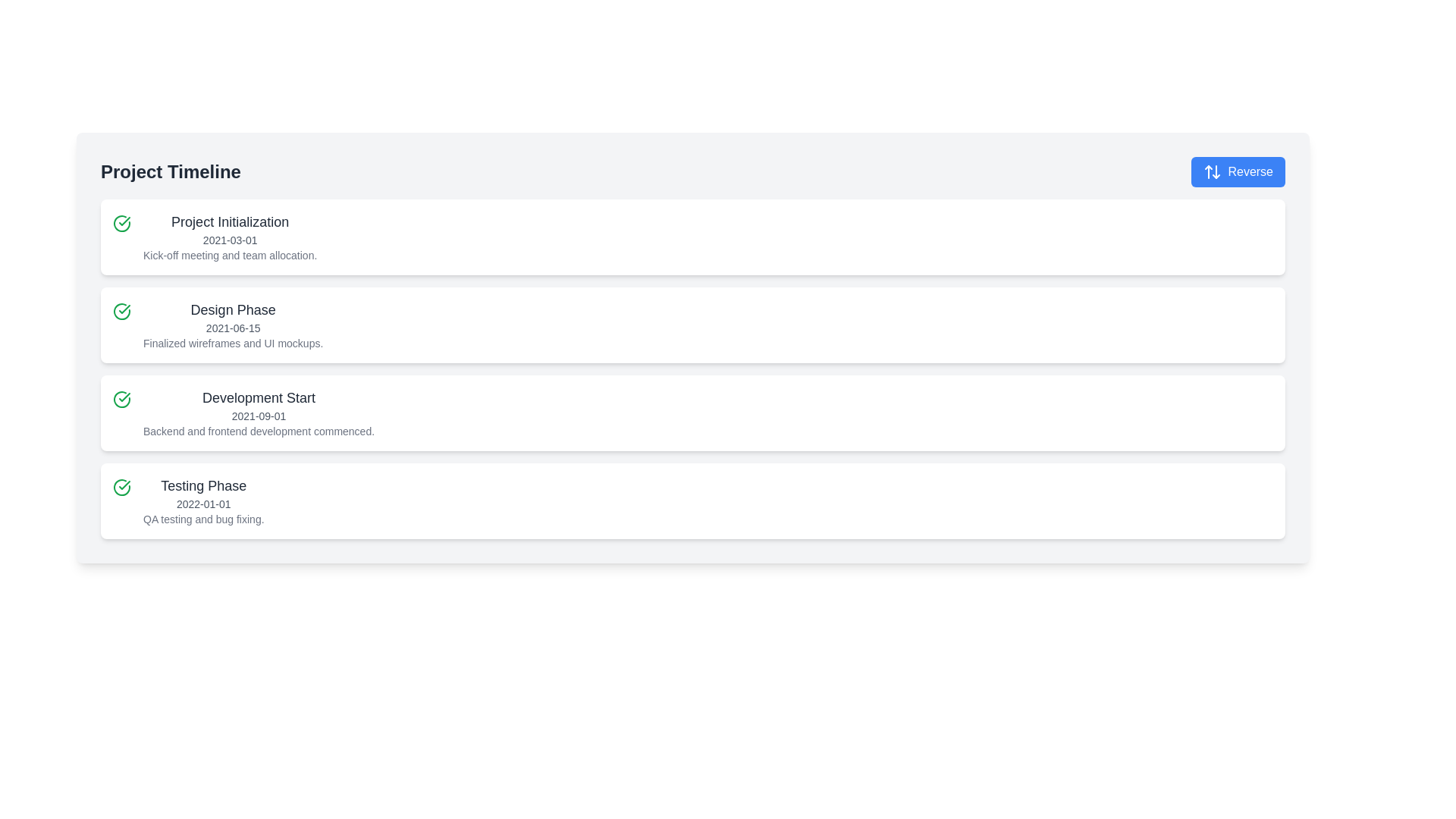 Image resolution: width=1456 pixels, height=819 pixels. I want to click on the text block containing 'Testing Phase', which is styled in bold and large dark gray font, located in the fourth section of the vertical timeline, so click(202, 485).